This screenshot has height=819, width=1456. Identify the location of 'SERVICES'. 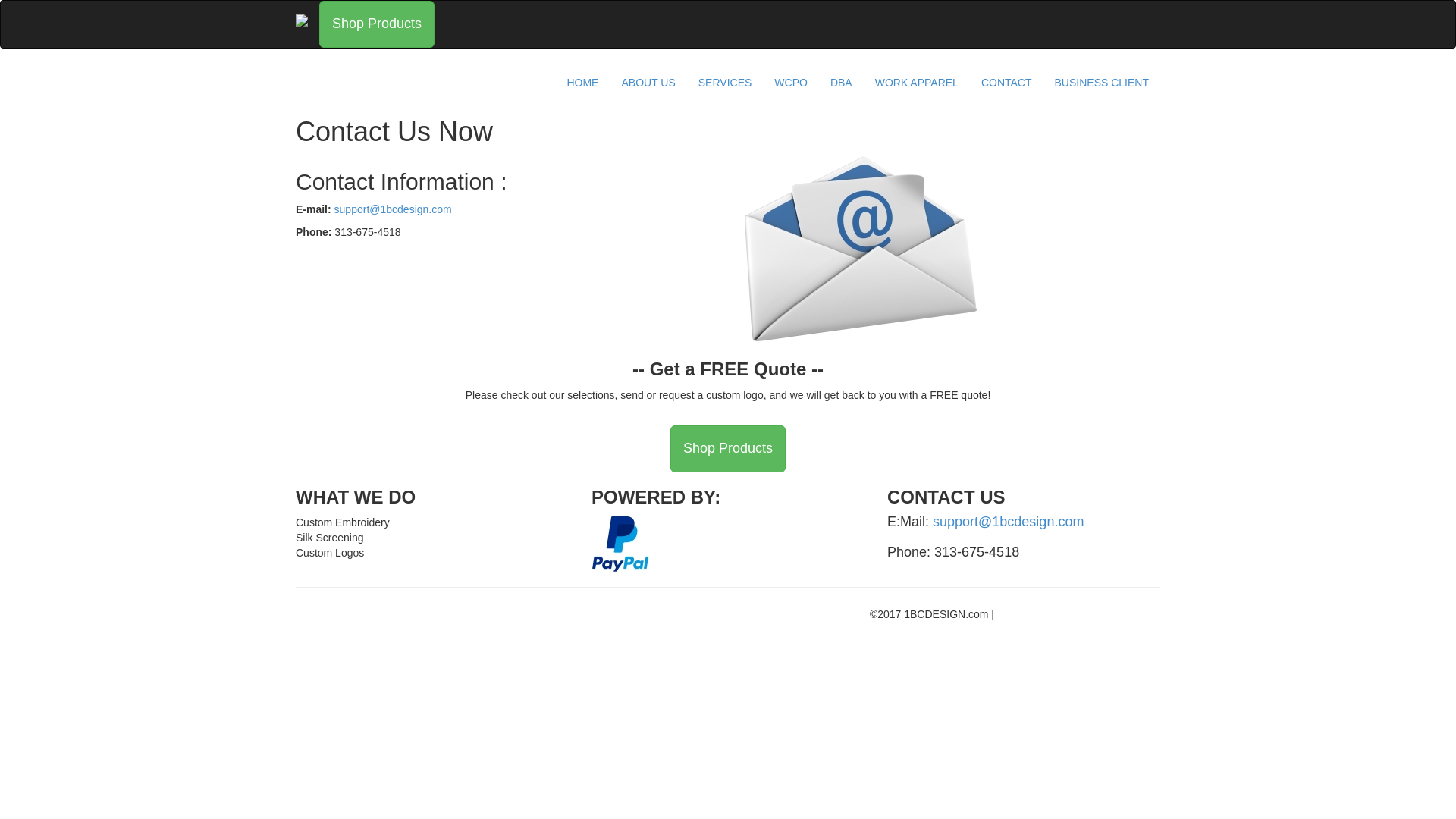
(724, 82).